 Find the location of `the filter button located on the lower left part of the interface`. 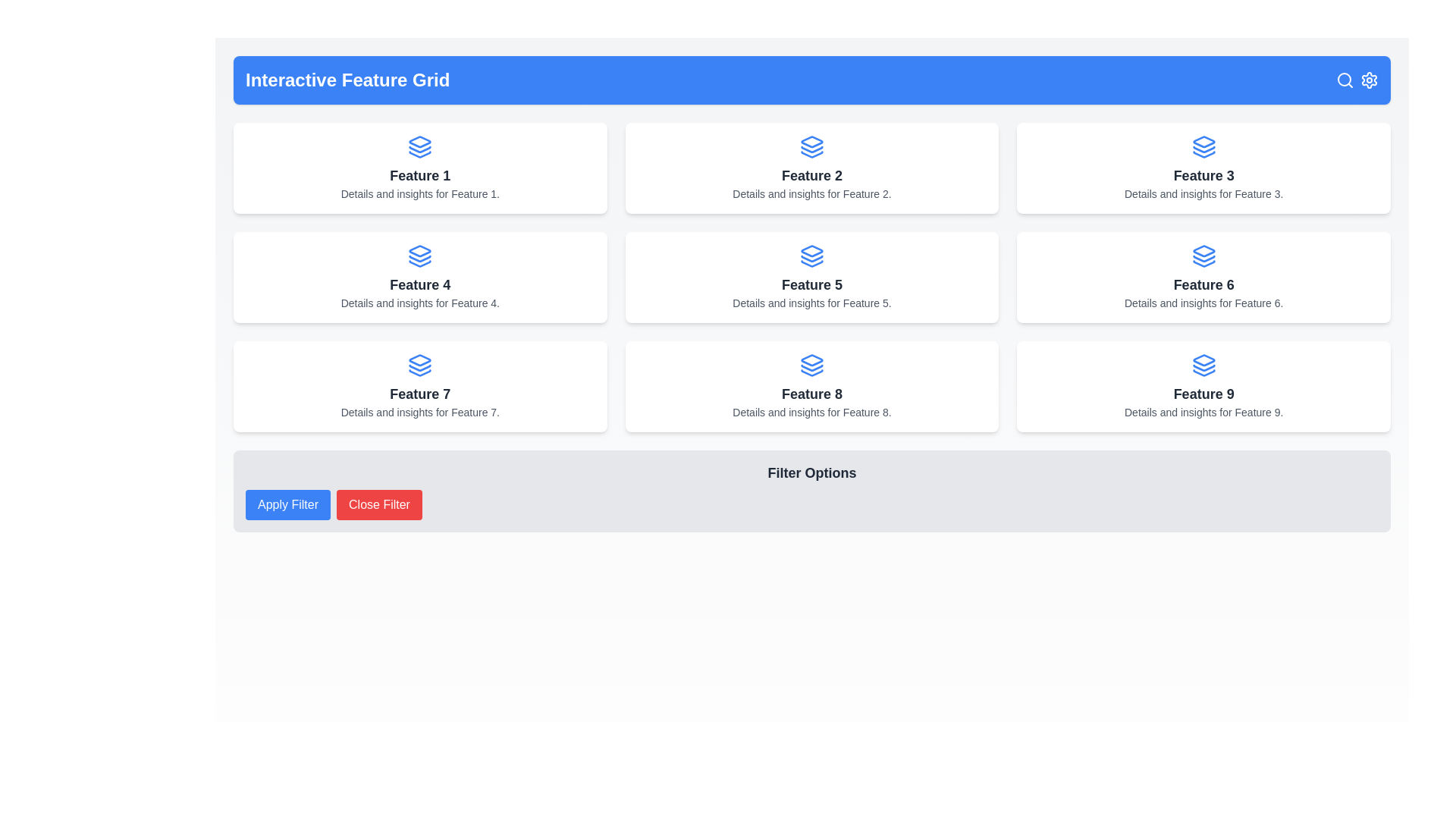

the filter button located on the lower left part of the interface is located at coordinates (287, 505).